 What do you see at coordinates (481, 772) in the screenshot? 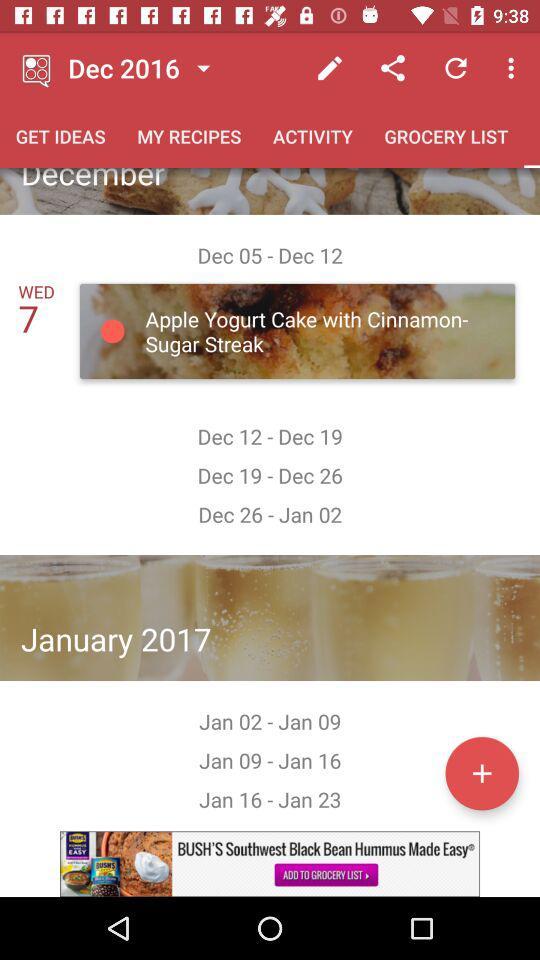
I see `space` at bounding box center [481, 772].